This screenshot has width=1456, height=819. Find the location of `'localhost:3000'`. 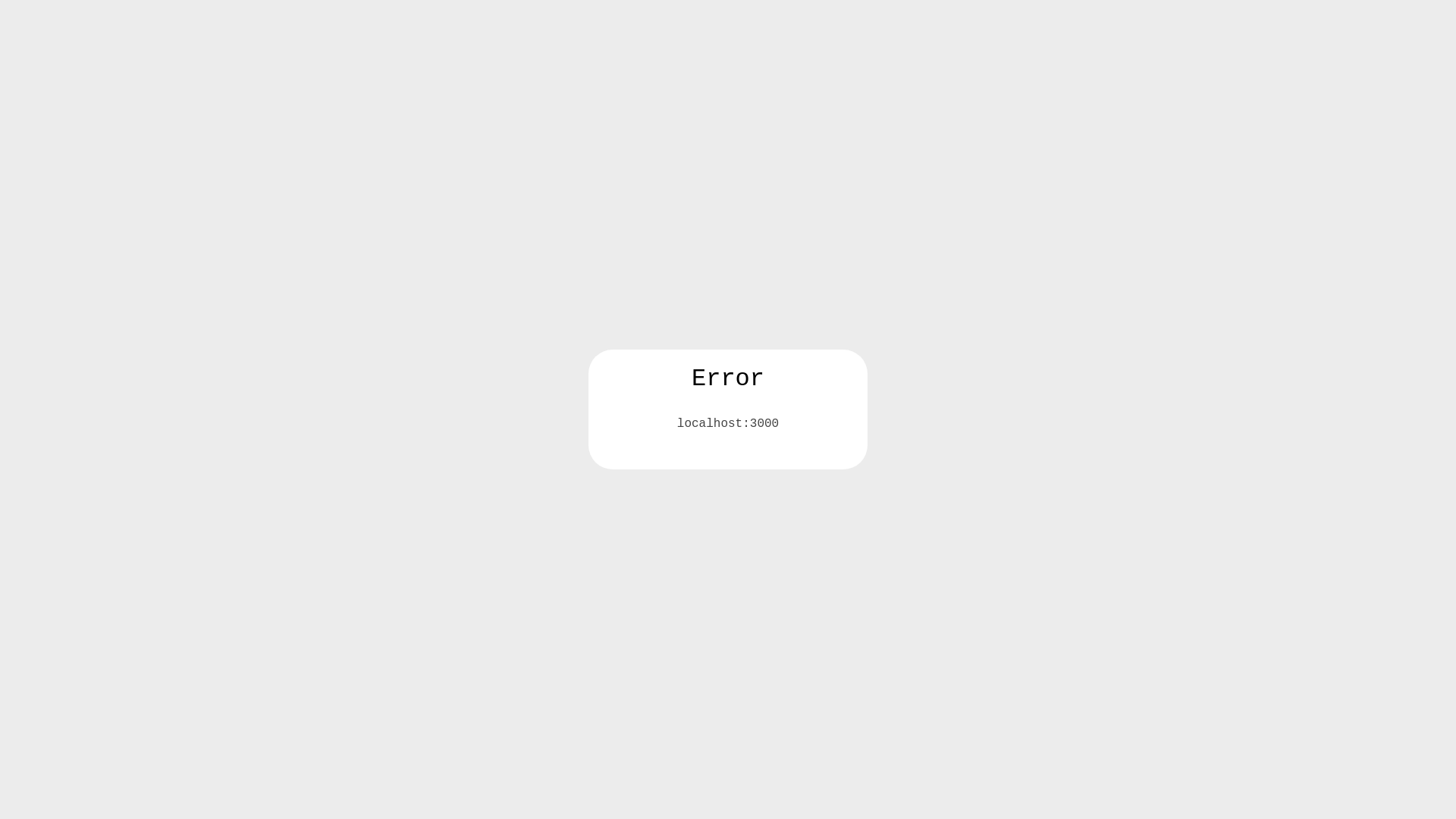

'localhost:3000' is located at coordinates (728, 424).